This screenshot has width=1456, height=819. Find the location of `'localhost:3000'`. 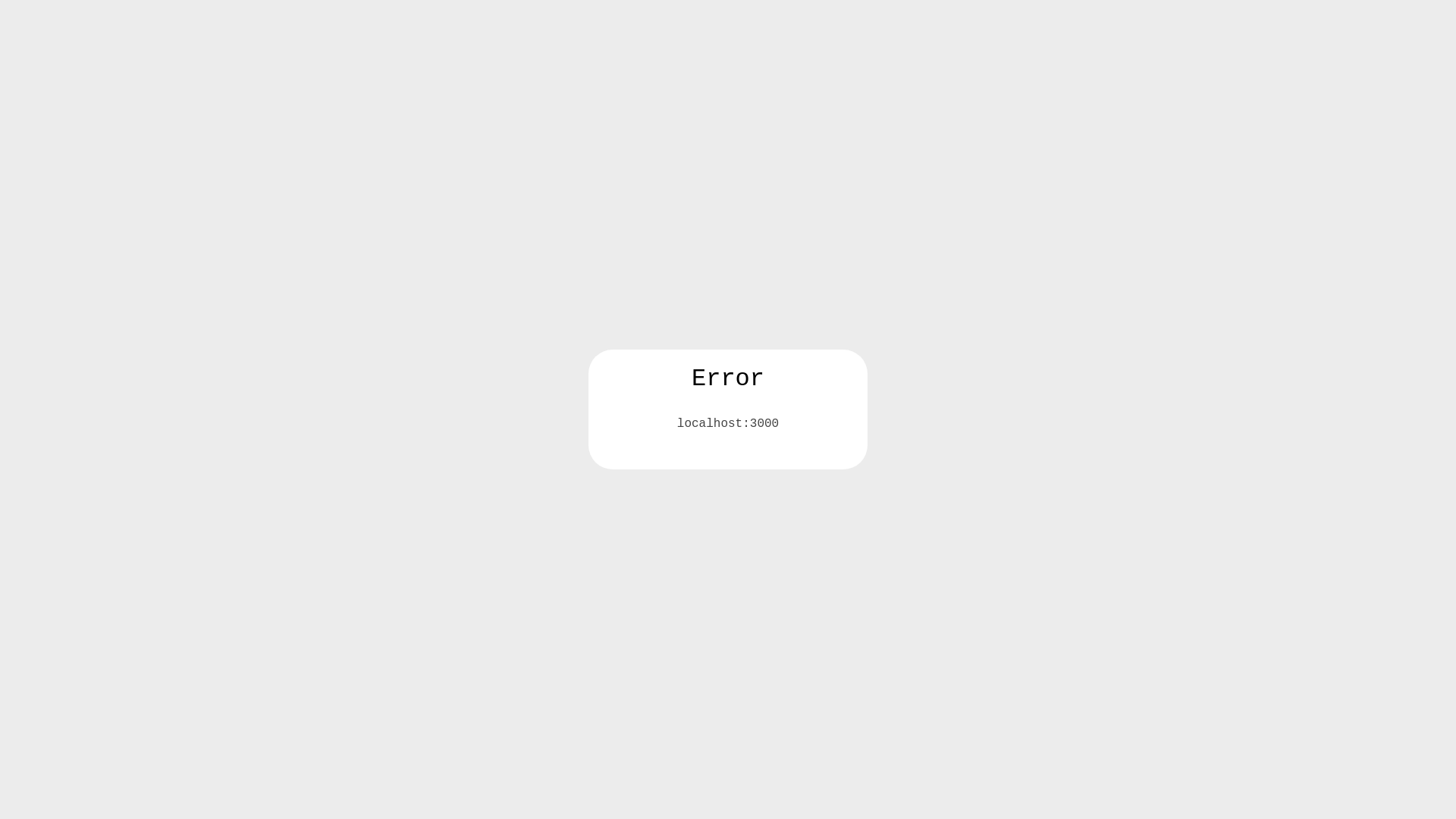

'localhost:3000' is located at coordinates (728, 424).